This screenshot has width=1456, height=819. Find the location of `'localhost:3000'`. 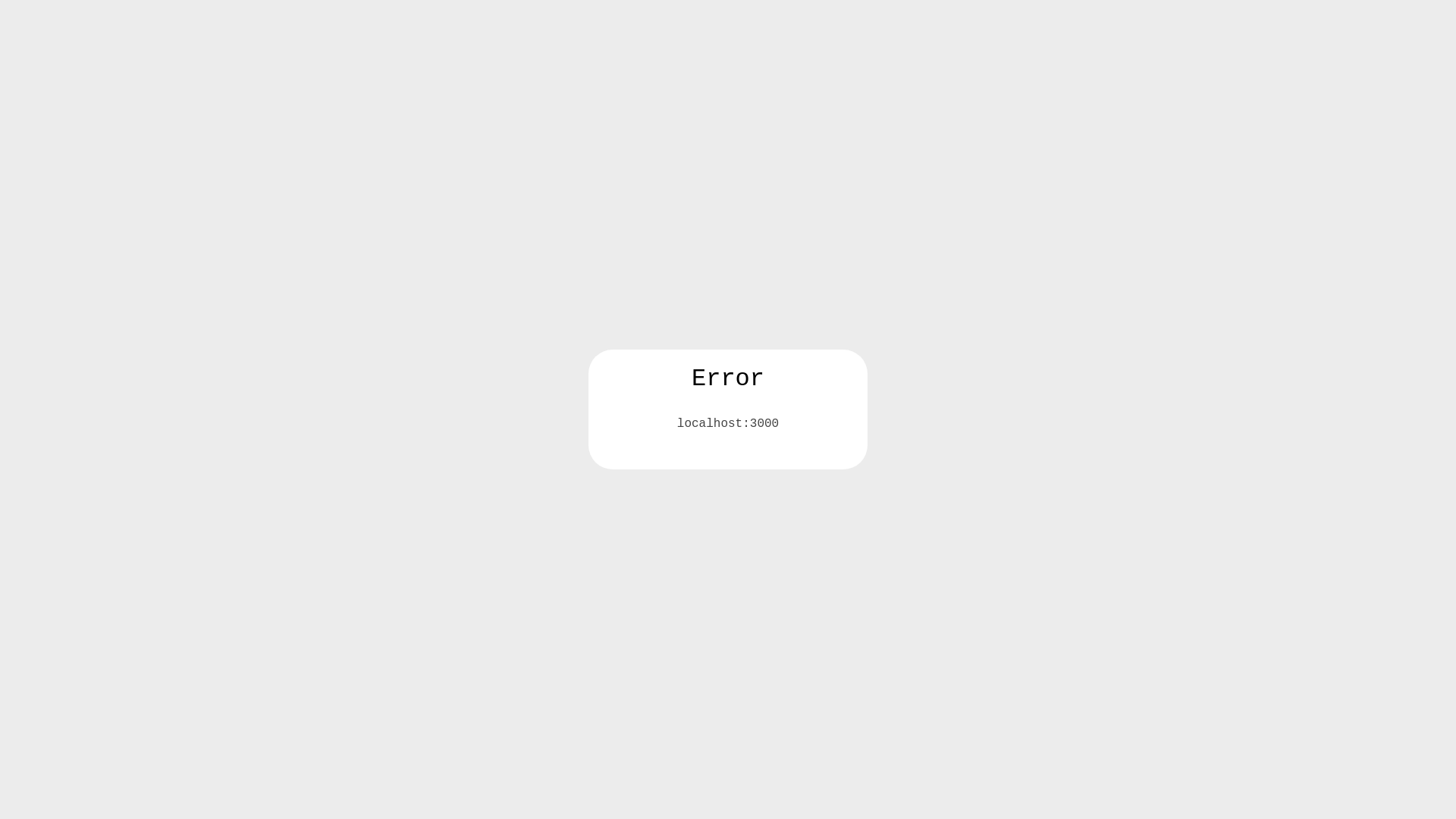

'localhost:3000' is located at coordinates (728, 424).